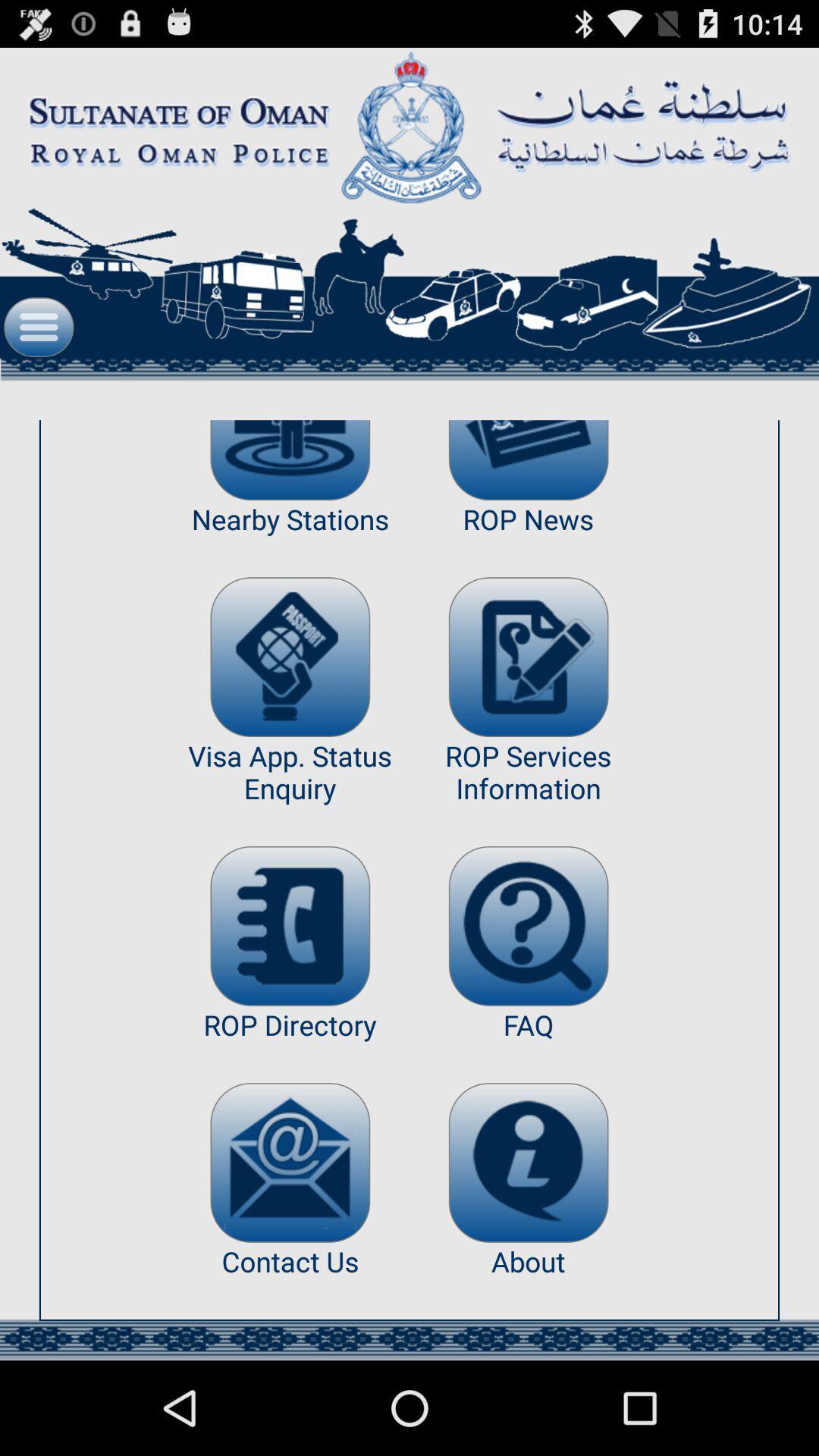 This screenshot has width=819, height=1456. Describe the element at coordinates (528, 657) in the screenshot. I see `the item above the rop services information app` at that location.